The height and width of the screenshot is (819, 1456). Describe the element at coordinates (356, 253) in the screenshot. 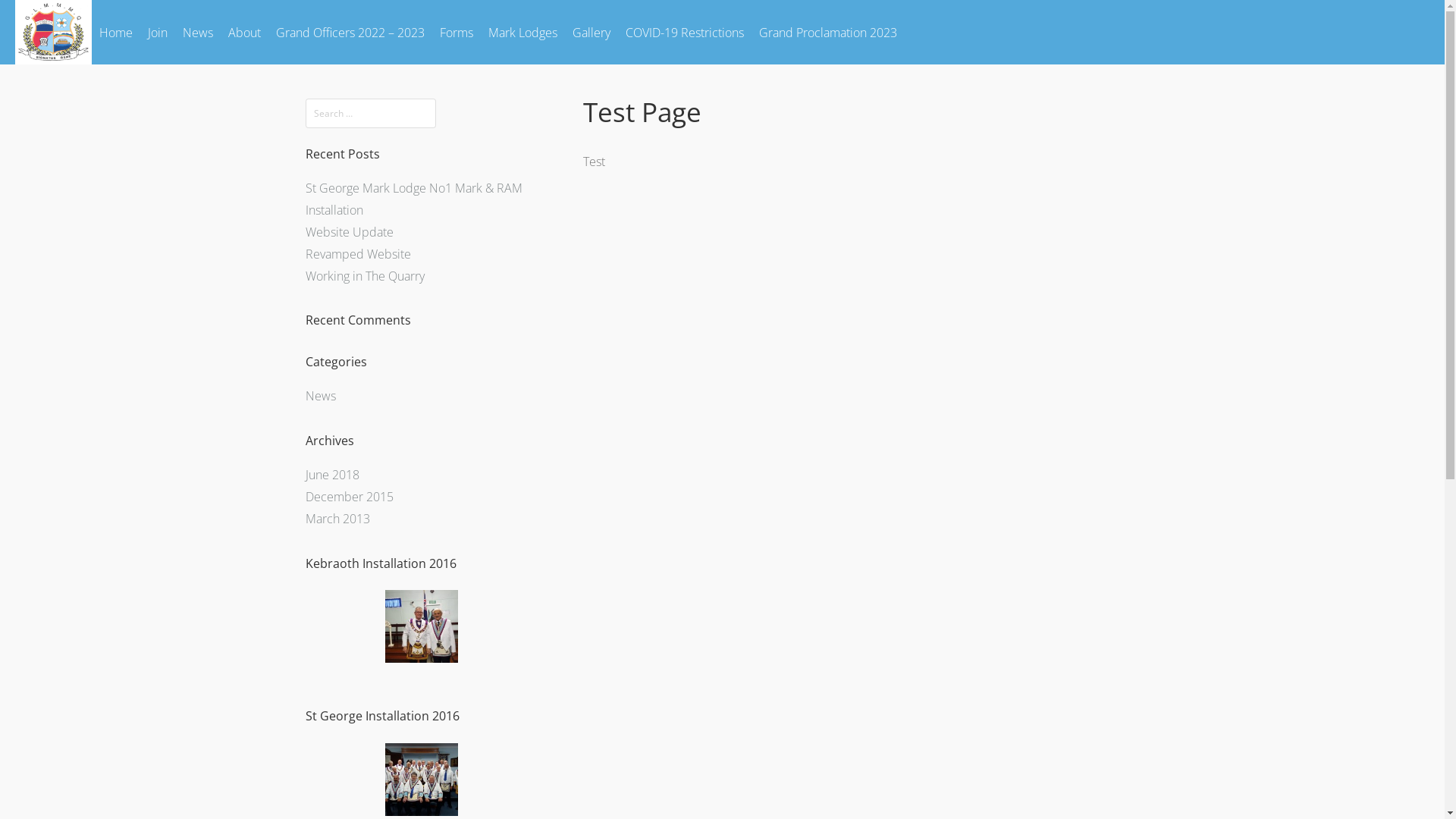

I see `'Revamped Website'` at that location.